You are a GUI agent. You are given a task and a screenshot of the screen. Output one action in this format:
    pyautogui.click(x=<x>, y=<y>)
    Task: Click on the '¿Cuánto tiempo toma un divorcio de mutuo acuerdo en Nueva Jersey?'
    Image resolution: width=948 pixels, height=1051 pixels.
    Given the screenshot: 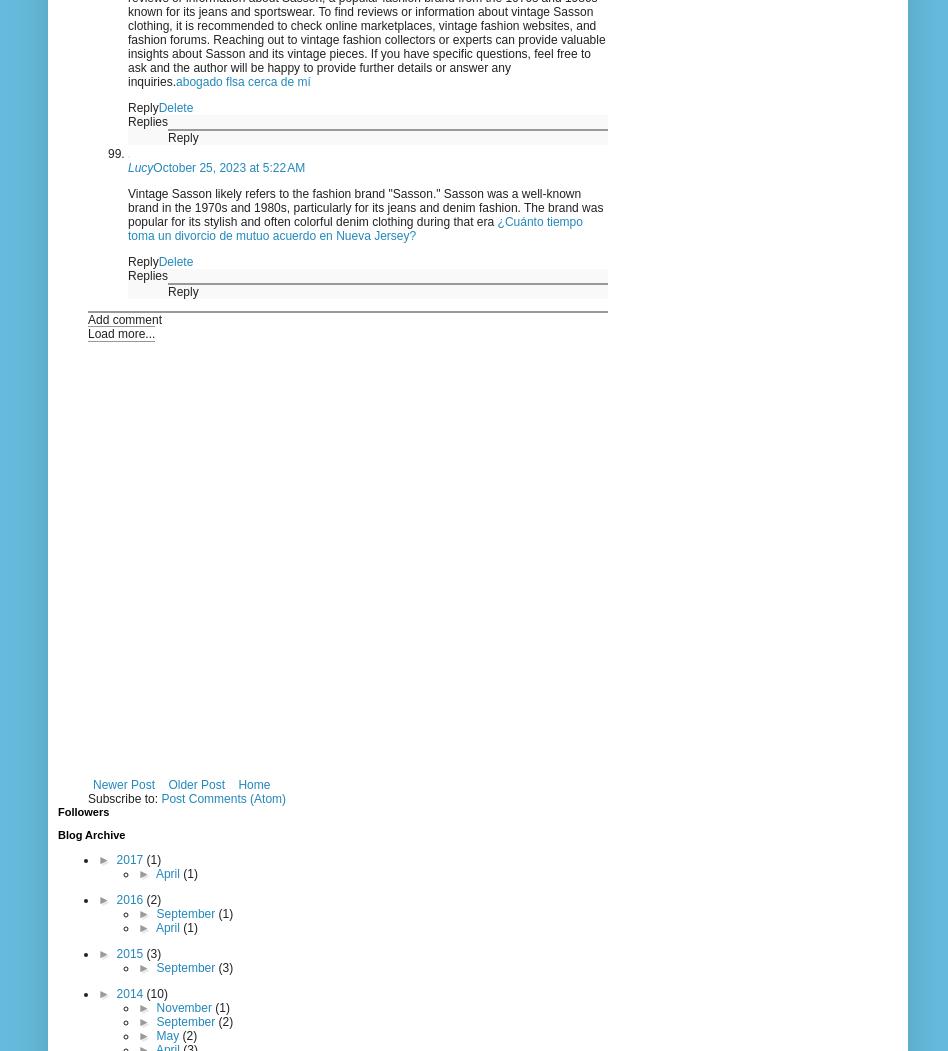 What is the action you would take?
    pyautogui.click(x=355, y=228)
    